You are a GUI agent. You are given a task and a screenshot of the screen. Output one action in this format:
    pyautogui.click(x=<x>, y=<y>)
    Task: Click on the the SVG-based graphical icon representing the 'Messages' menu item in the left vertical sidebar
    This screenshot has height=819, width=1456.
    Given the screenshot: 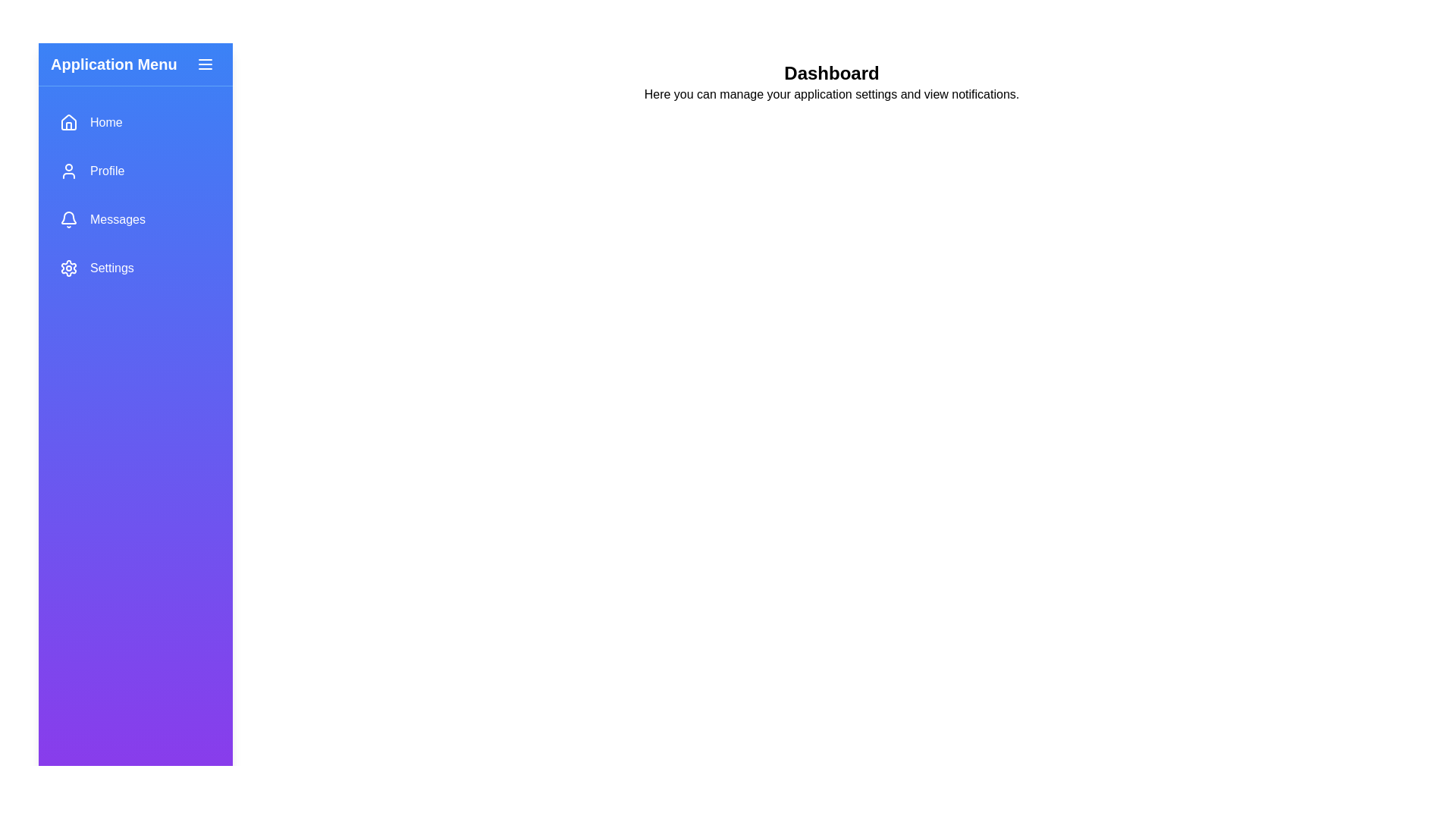 What is the action you would take?
    pyautogui.click(x=68, y=219)
    